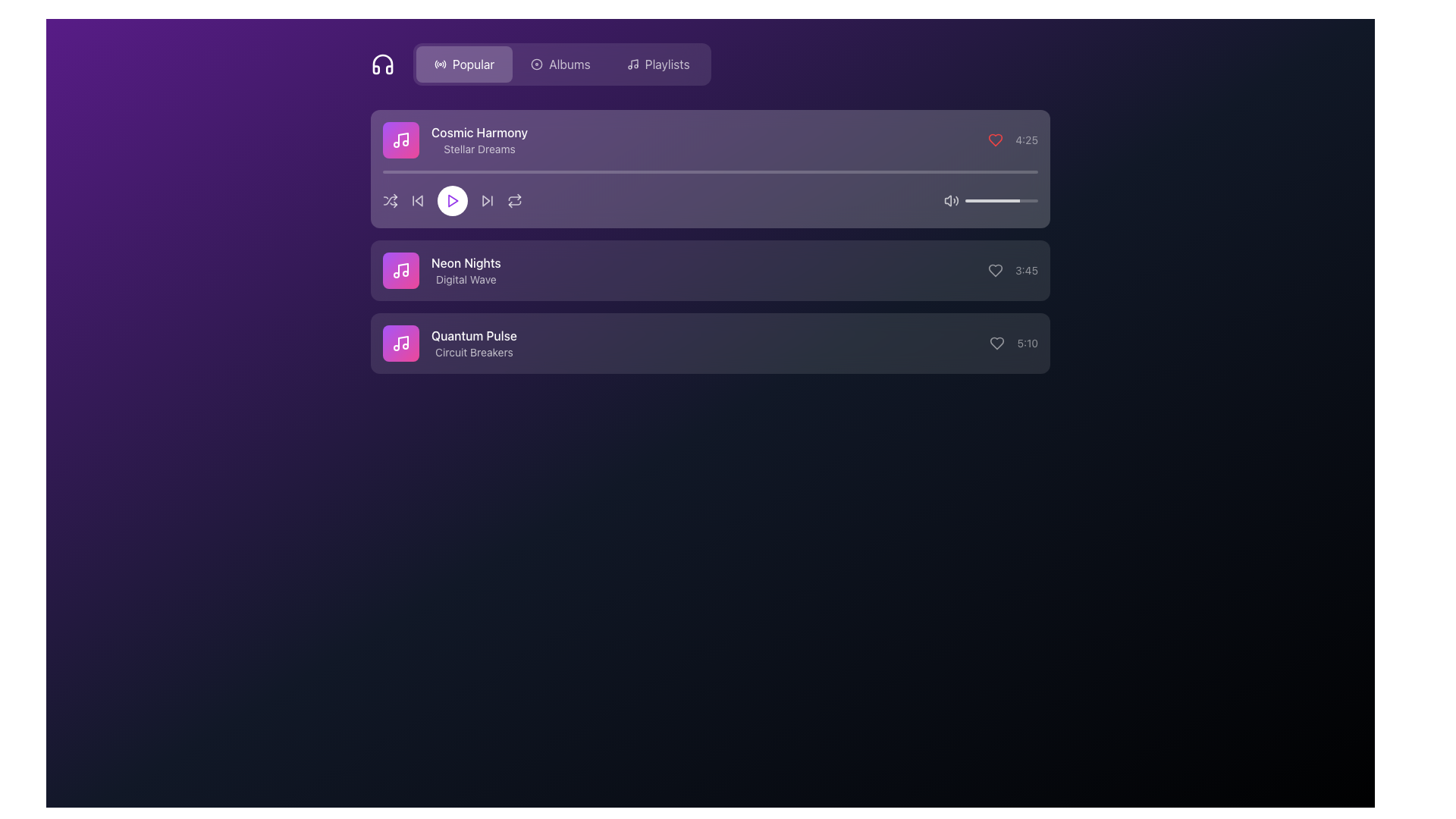 The width and height of the screenshot is (1456, 819). What do you see at coordinates (1003, 200) in the screenshot?
I see `volume` at bounding box center [1003, 200].